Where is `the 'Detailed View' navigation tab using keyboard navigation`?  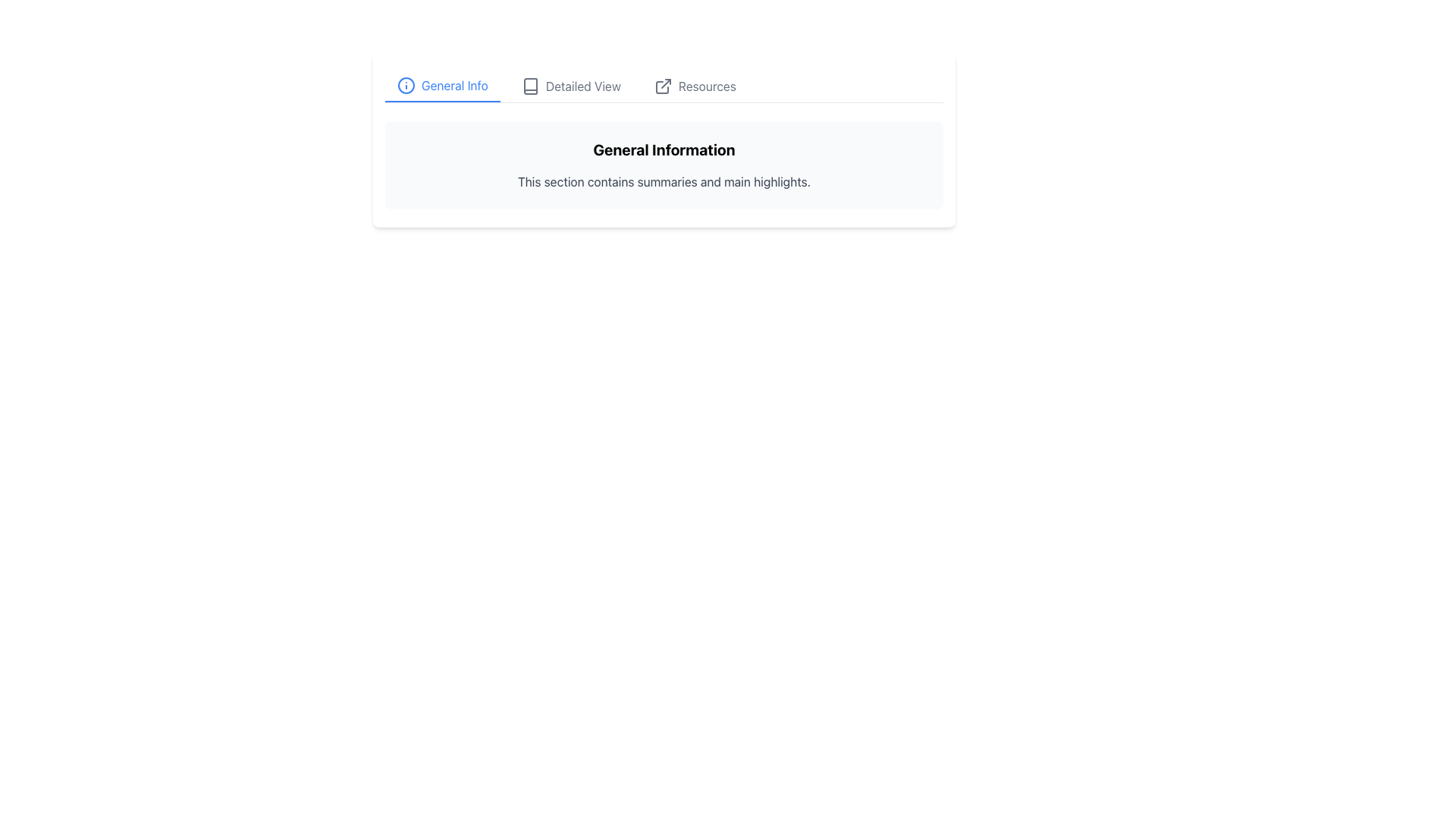 the 'Detailed View' navigation tab using keyboard navigation is located at coordinates (570, 86).